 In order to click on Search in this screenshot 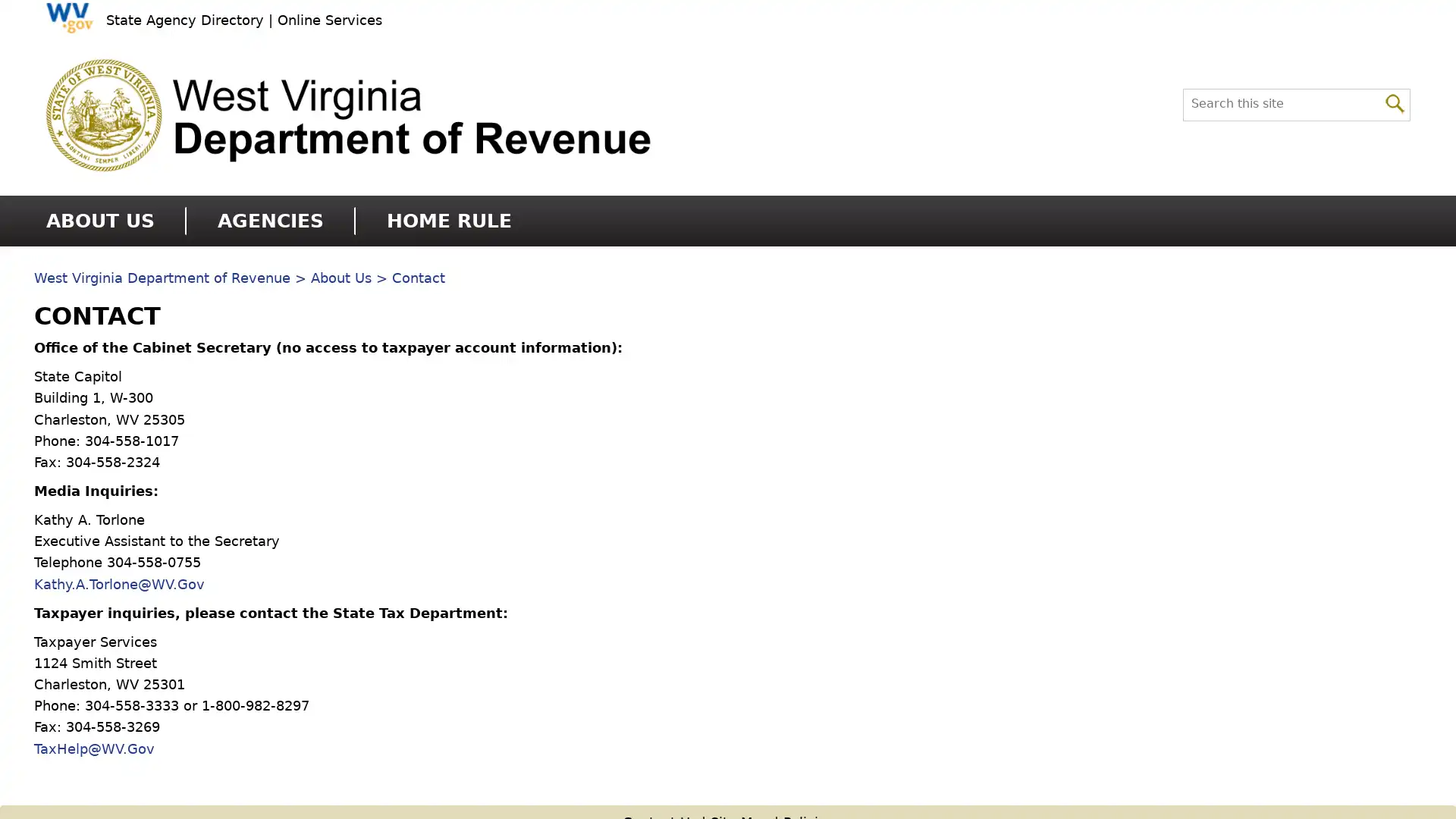, I will do `click(1395, 102)`.